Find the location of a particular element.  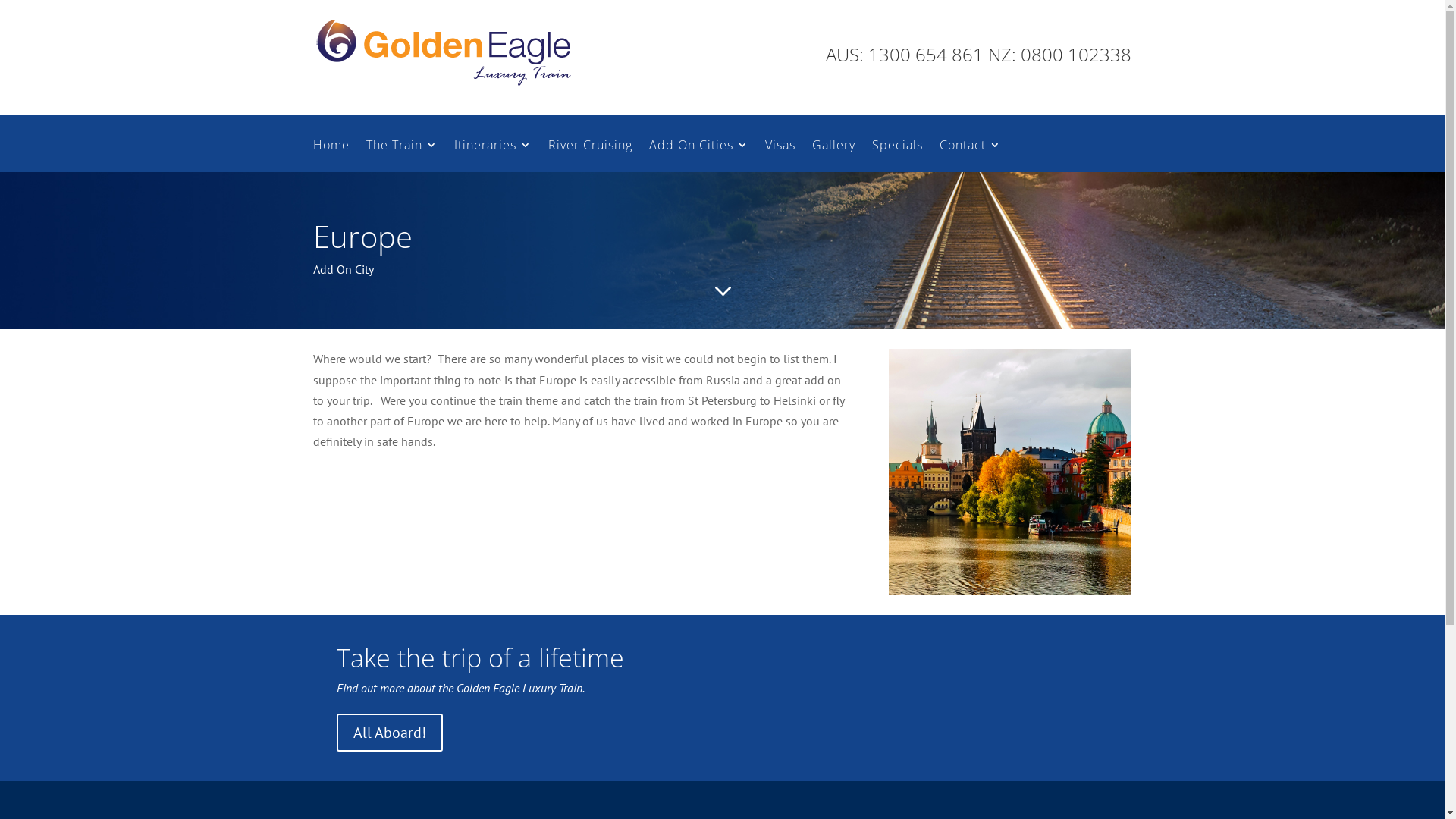

'3' is located at coordinates (721, 291).